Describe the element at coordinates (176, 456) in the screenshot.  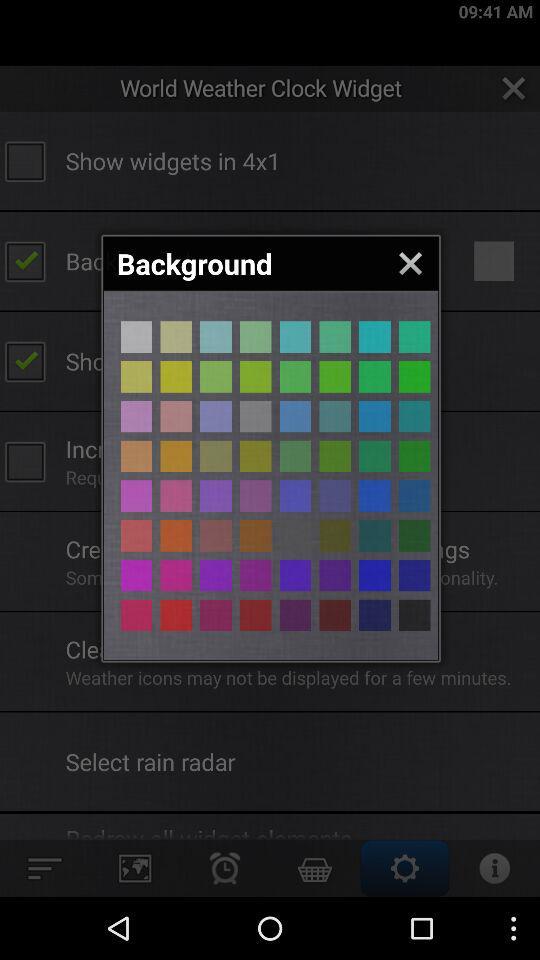
I see `back ground colors putton` at that location.